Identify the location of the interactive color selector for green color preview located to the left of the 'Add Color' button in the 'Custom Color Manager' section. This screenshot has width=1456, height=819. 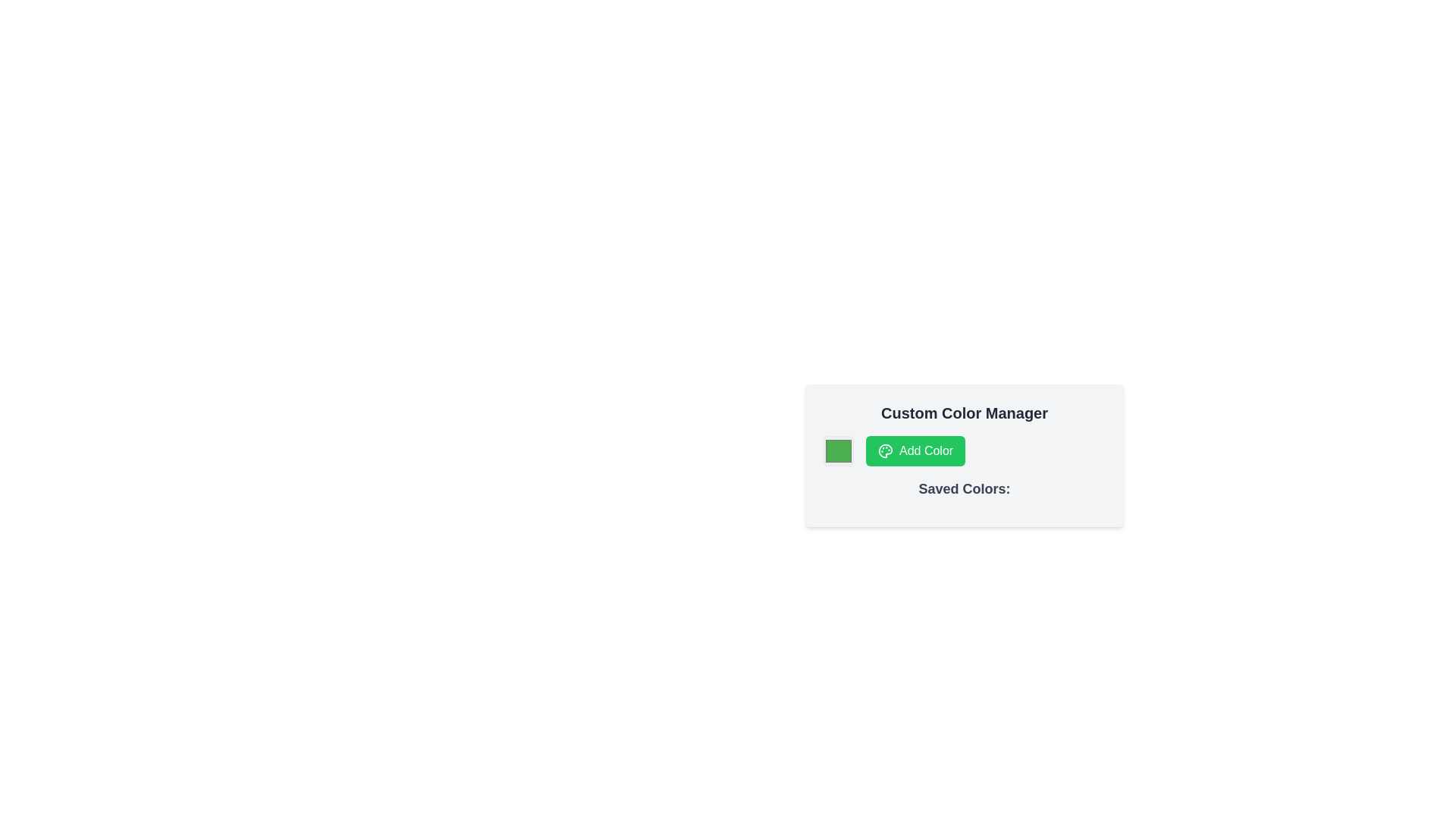
(837, 450).